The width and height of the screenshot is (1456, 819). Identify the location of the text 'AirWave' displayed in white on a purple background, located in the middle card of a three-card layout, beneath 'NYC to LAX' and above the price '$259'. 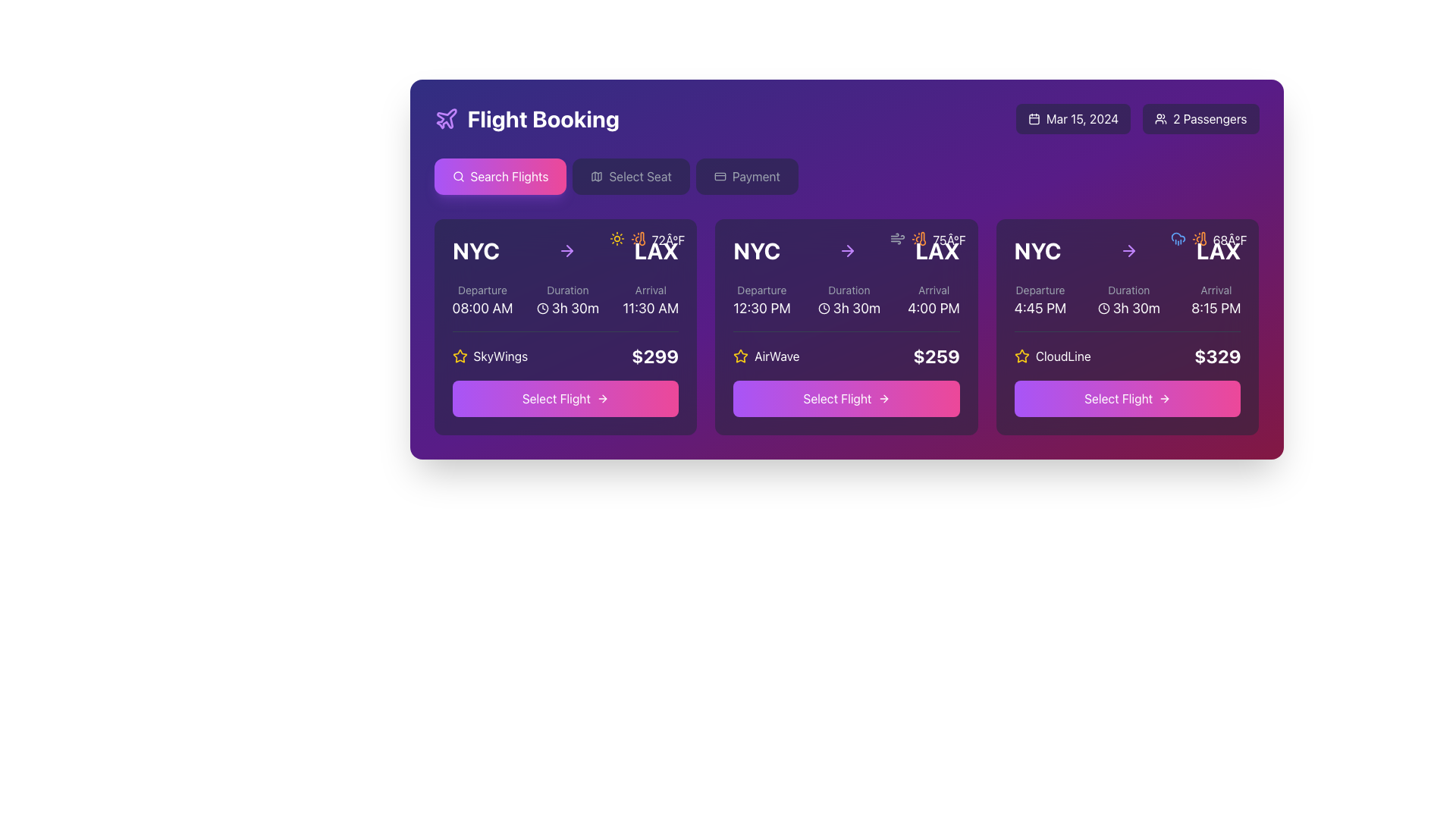
(777, 356).